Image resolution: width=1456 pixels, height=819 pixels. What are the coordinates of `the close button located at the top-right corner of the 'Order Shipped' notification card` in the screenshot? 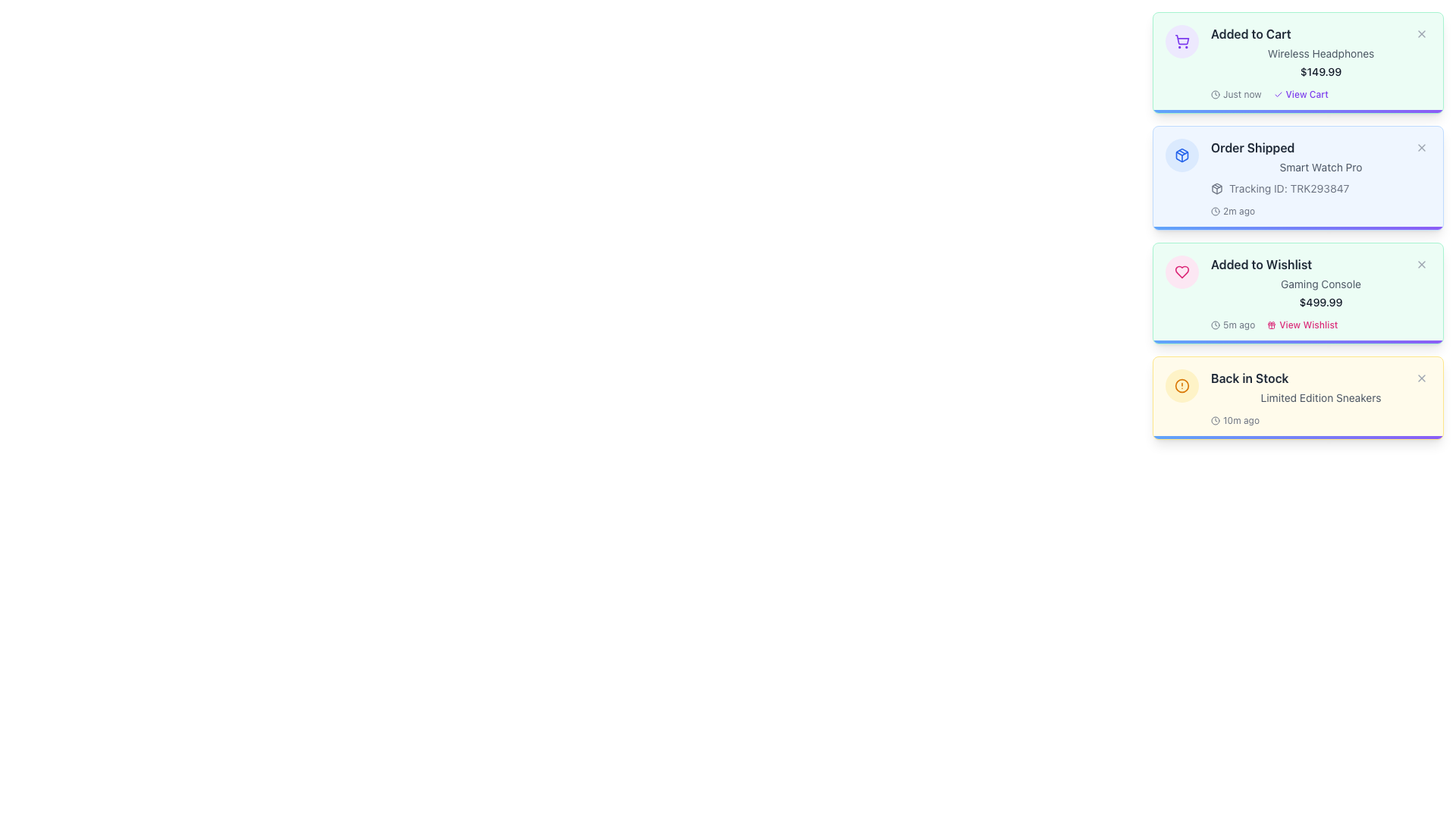 It's located at (1421, 148).